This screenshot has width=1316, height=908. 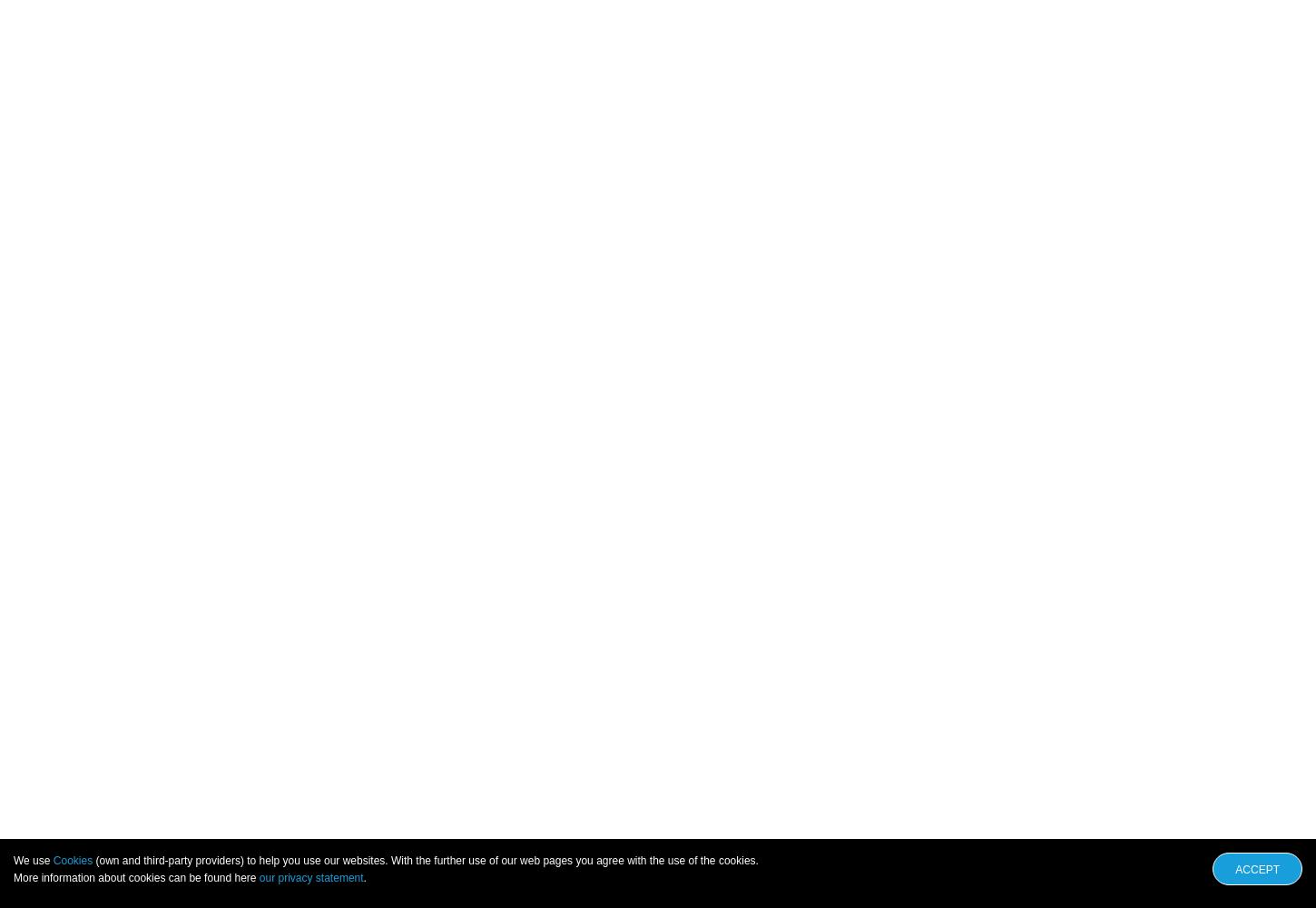 What do you see at coordinates (577, 874) in the screenshot?
I see `'Livecams'` at bounding box center [577, 874].